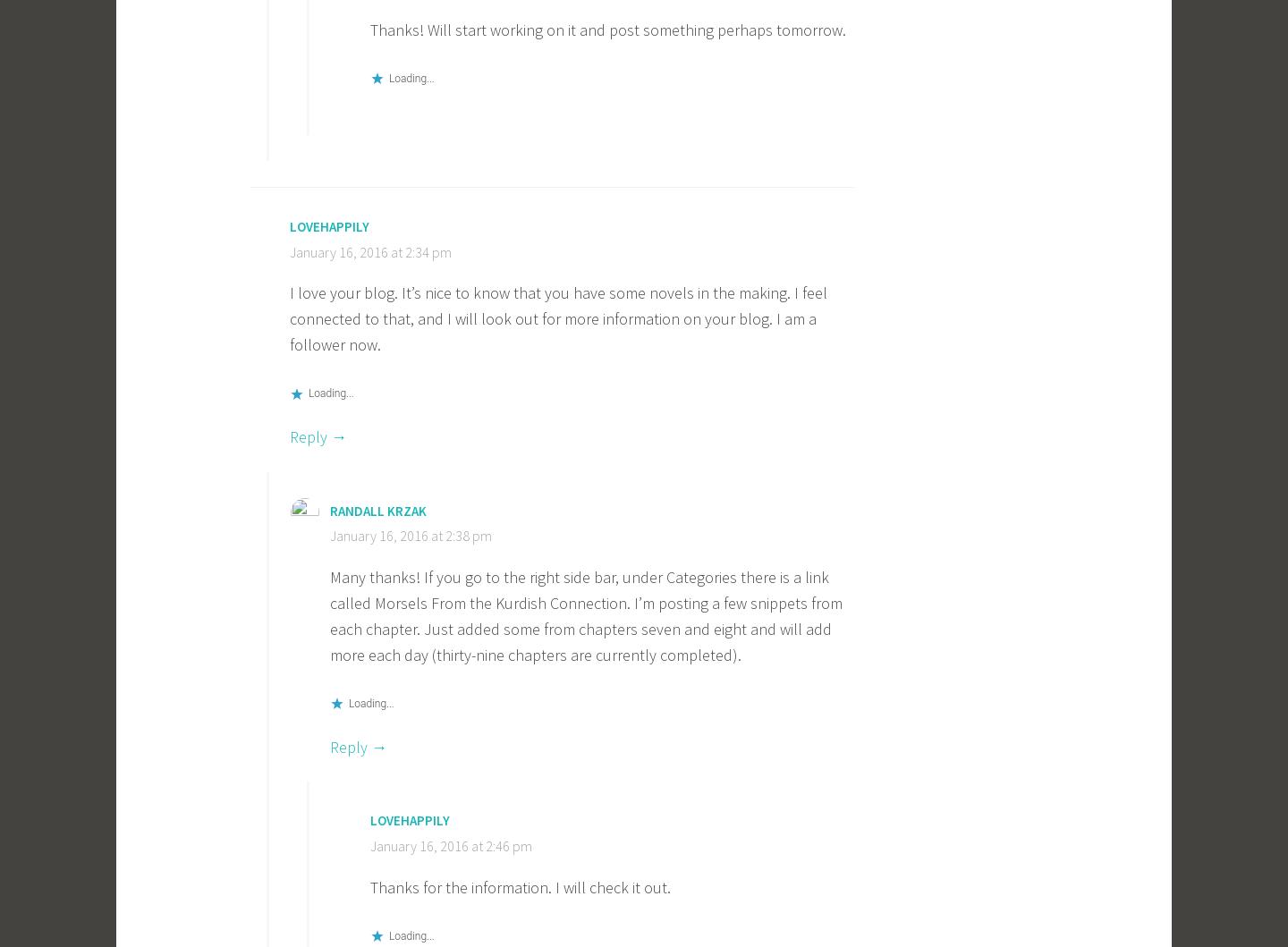 Image resolution: width=1288 pixels, height=947 pixels. Describe the element at coordinates (607, 29) in the screenshot. I see `'Thanks!  Will start working on it and post something perhaps tomorrow.'` at that location.